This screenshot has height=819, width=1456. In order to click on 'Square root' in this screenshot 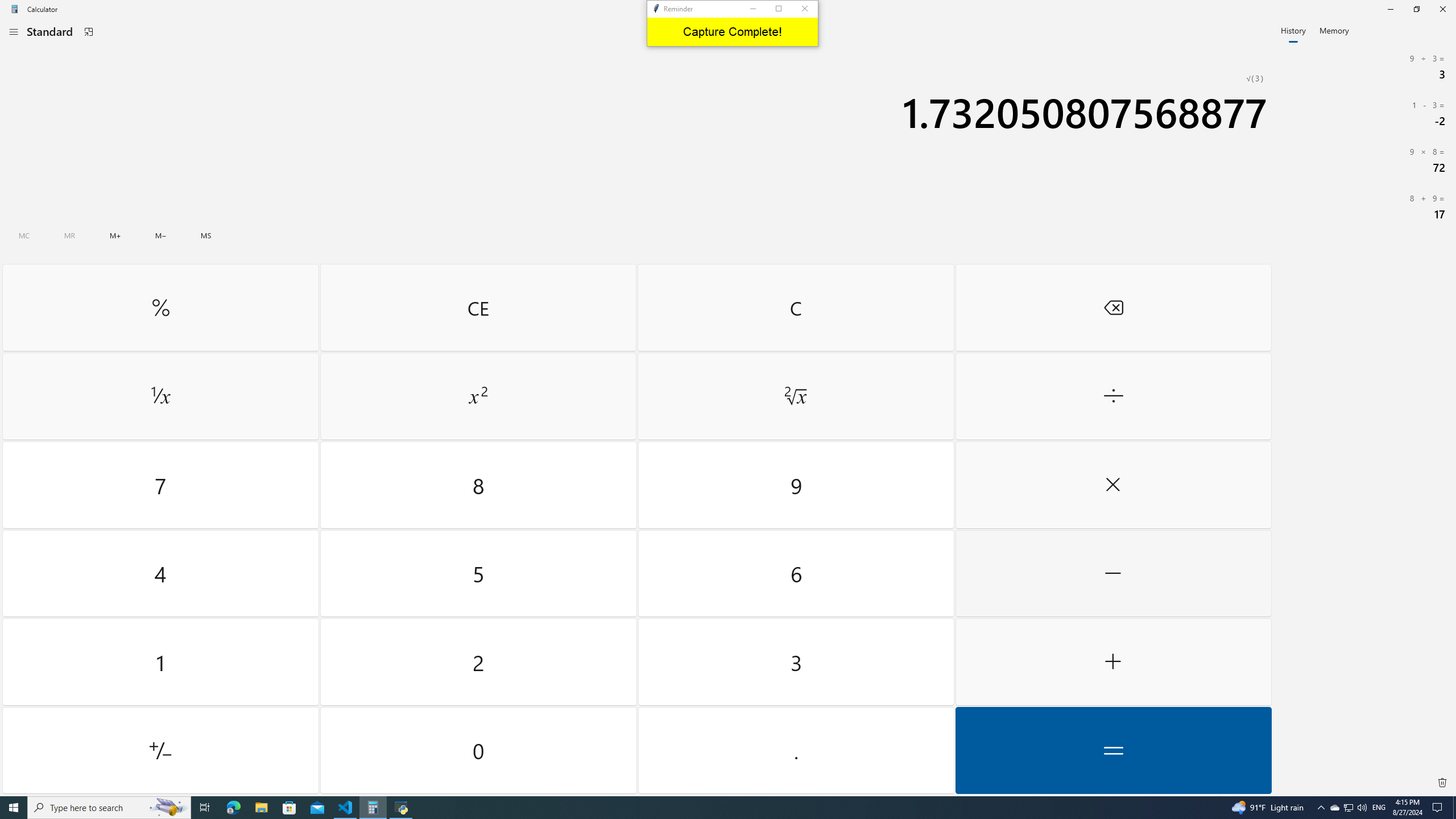, I will do `click(795, 396)`.